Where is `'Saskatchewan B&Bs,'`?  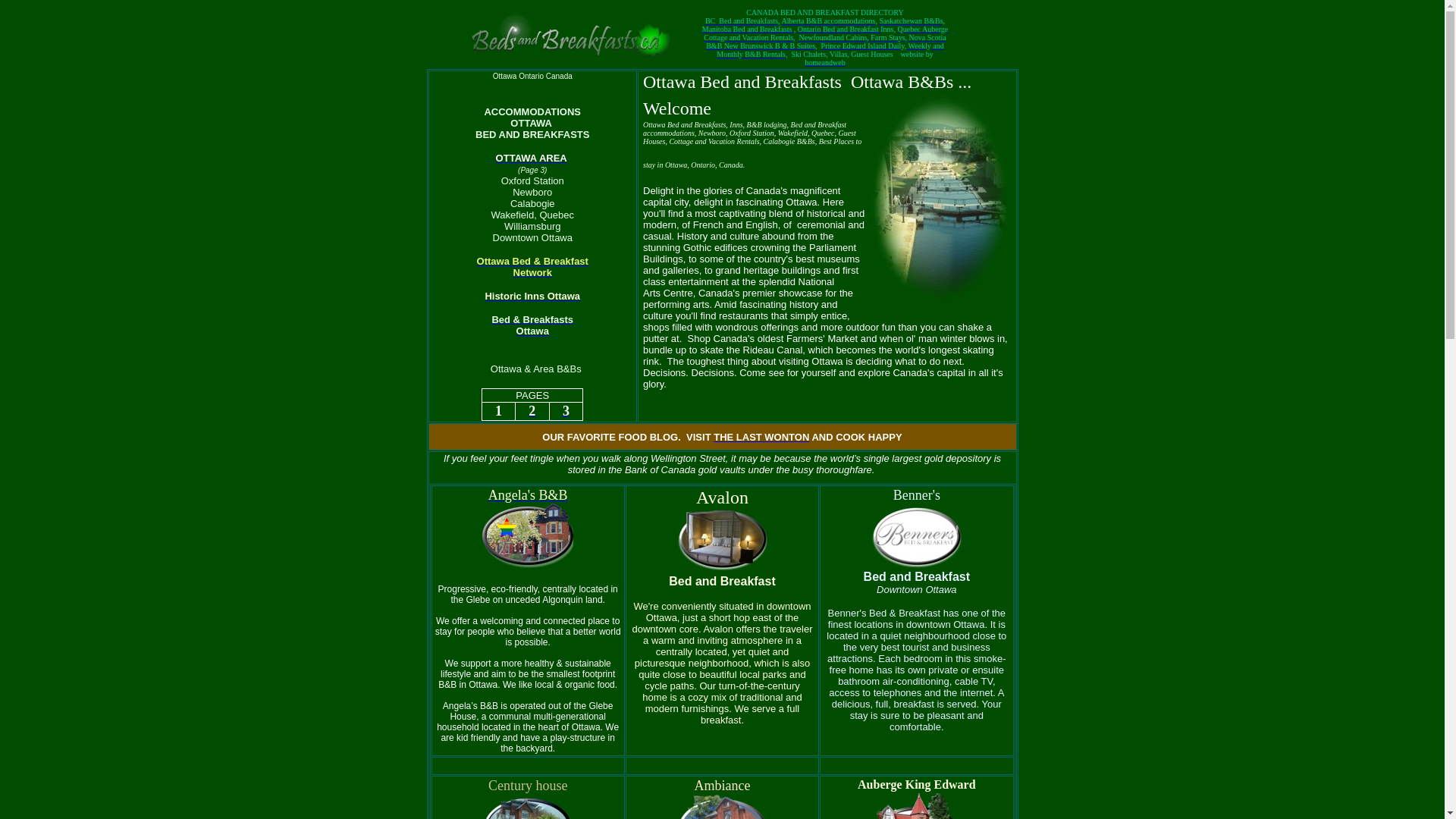
'Saskatchewan B&Bs,' is located at coordinates (911, 19).